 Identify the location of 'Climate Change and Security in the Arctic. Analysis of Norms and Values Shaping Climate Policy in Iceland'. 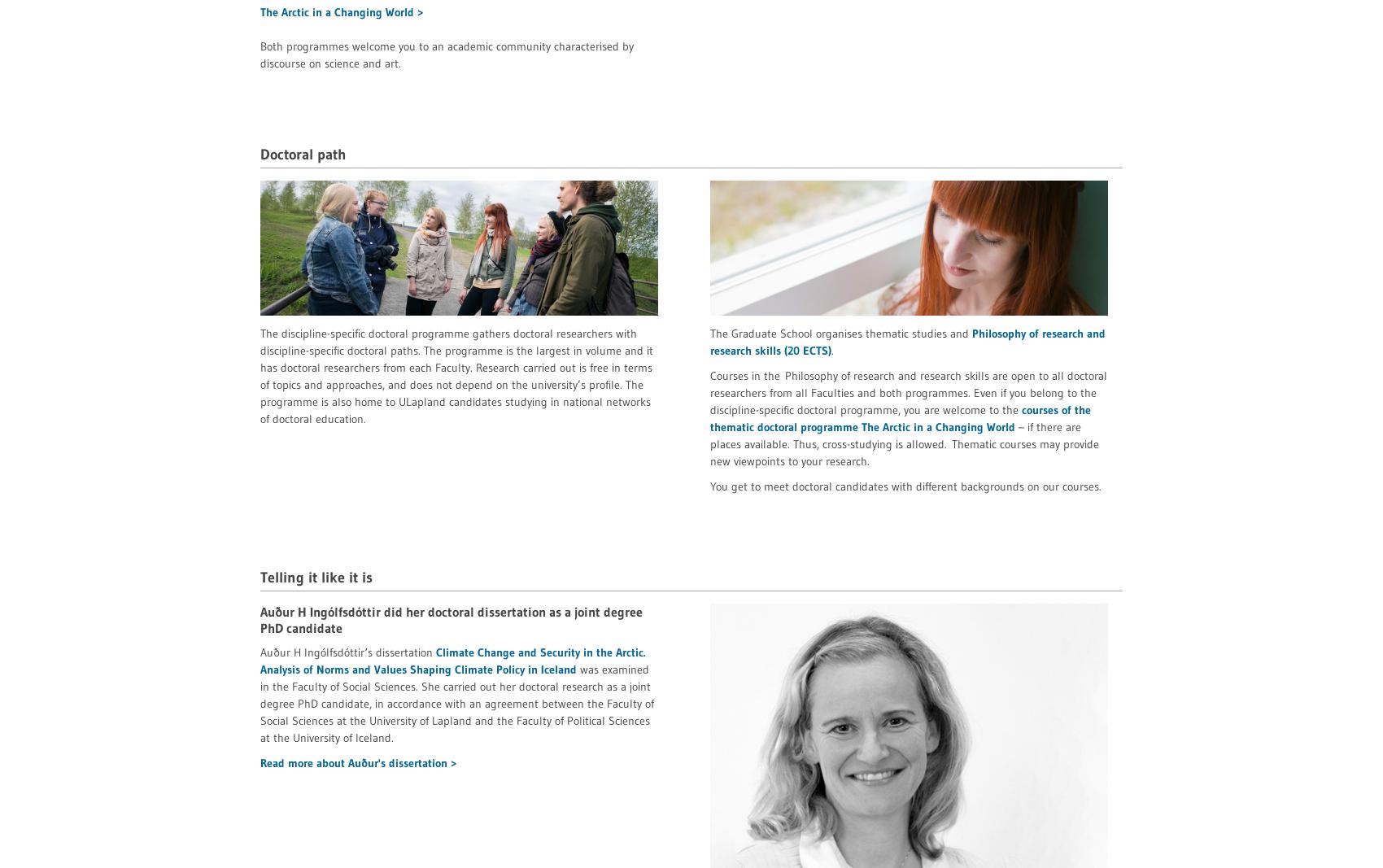
(452, 659).